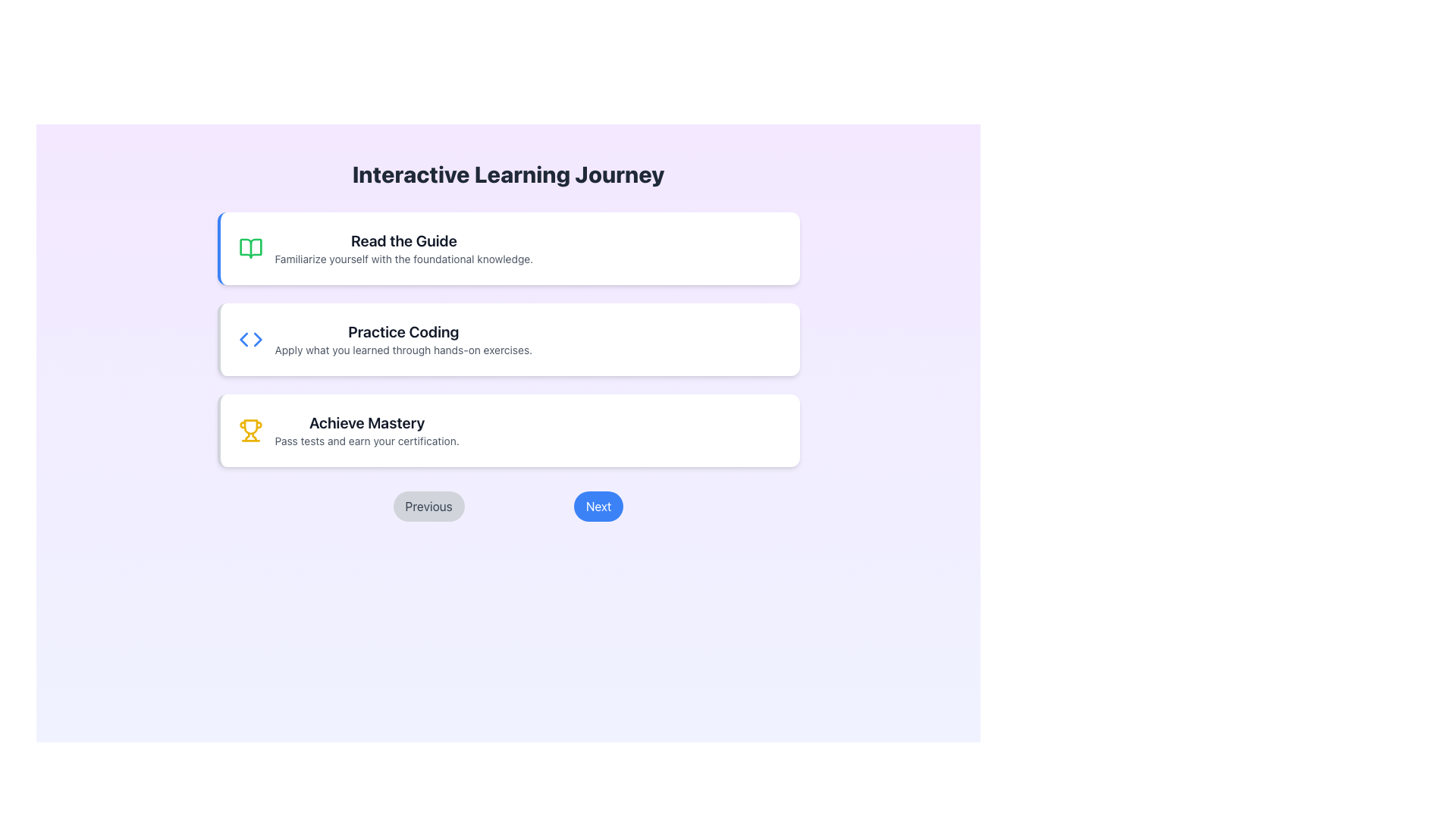  I want to click on the navigation button located at the bottom right corner of the interface, so click(598, 506).